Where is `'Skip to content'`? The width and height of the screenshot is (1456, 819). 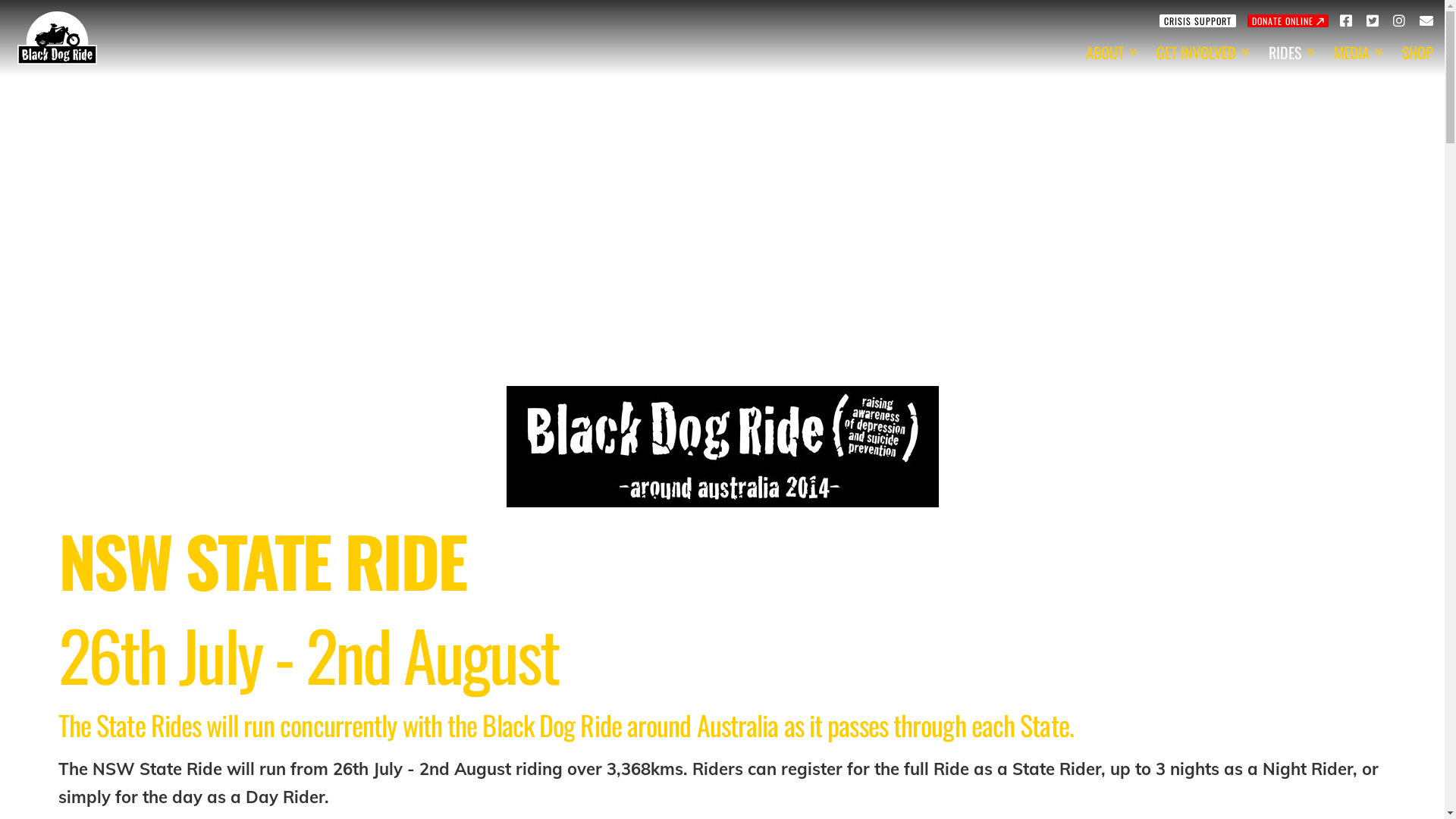
'Skip to content' is located at coordinates (7, 16).